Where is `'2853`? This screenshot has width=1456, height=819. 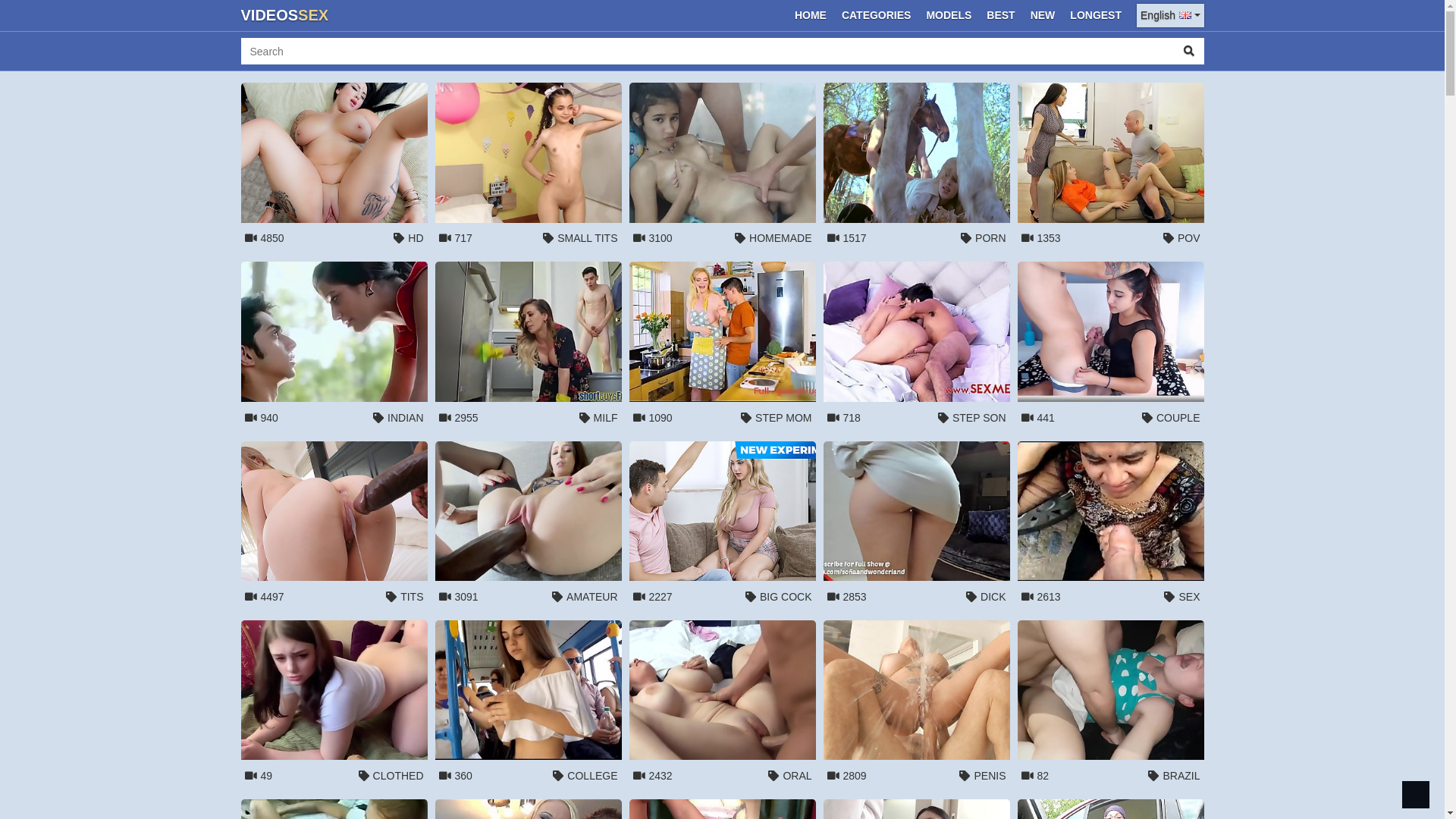
'2853 is located at coordinates (916, 526).